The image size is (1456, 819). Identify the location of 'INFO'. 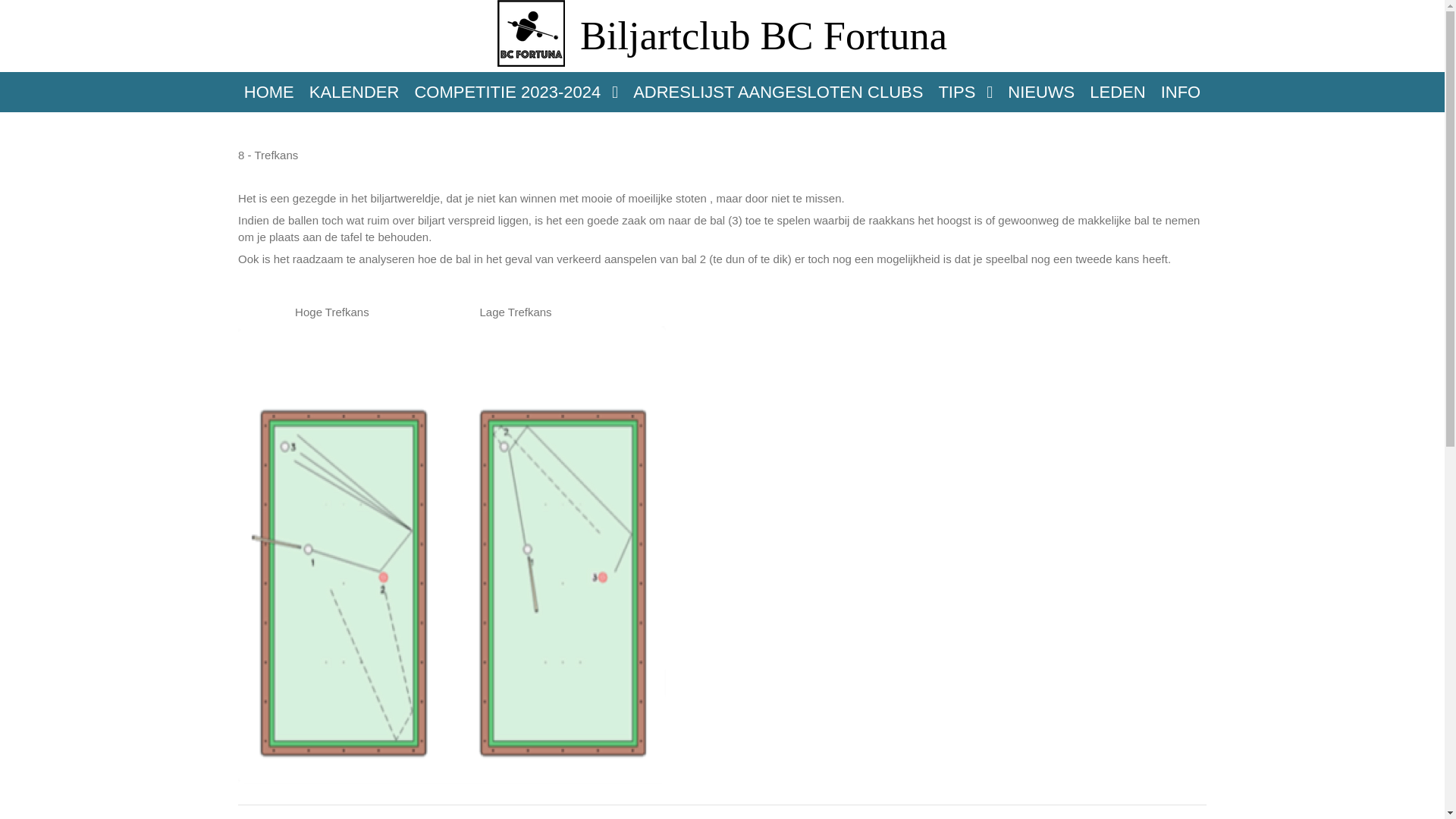
(1180, 91).